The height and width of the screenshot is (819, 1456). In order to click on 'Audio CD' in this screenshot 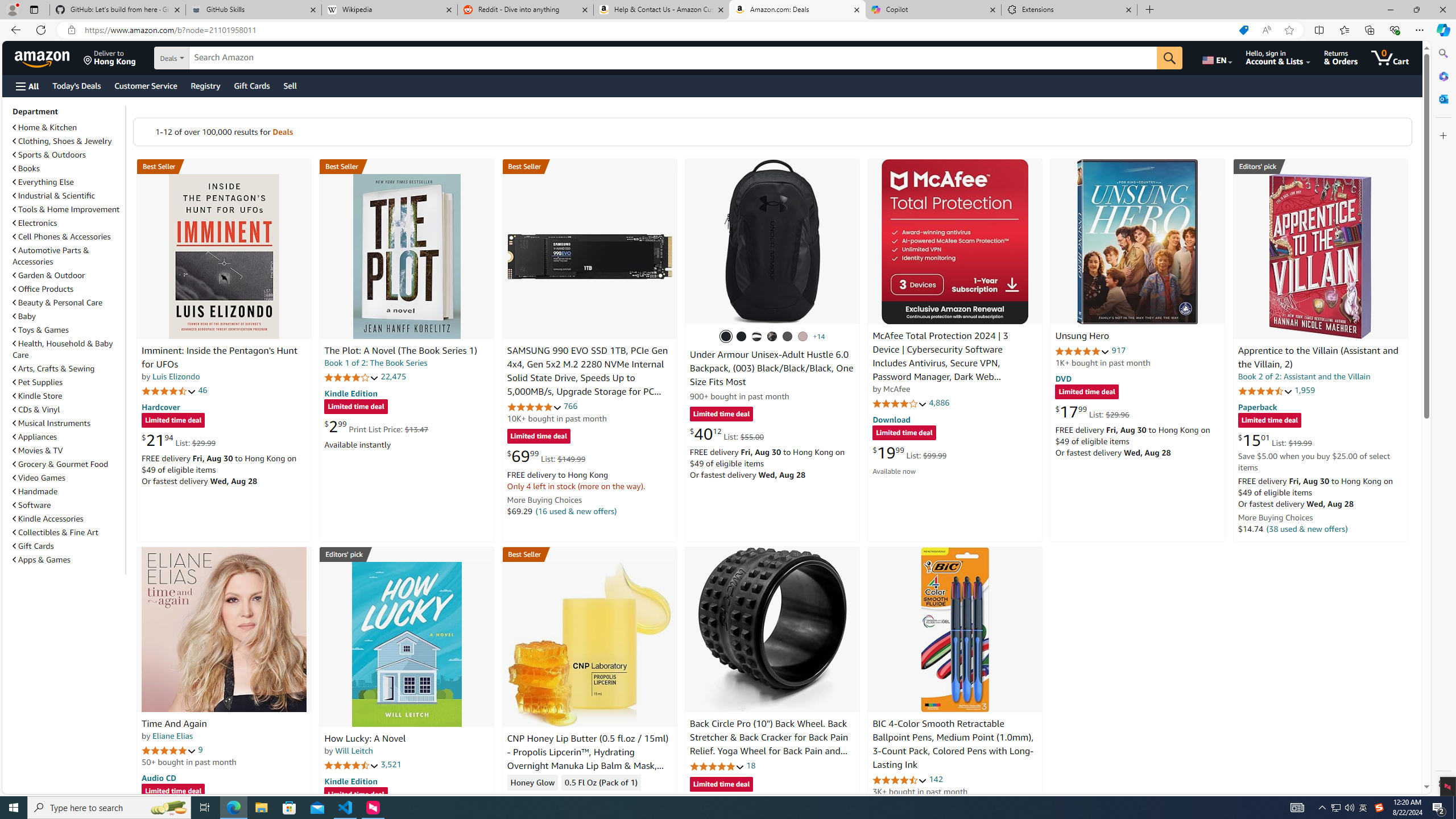, I will do `click(158, 777)`.